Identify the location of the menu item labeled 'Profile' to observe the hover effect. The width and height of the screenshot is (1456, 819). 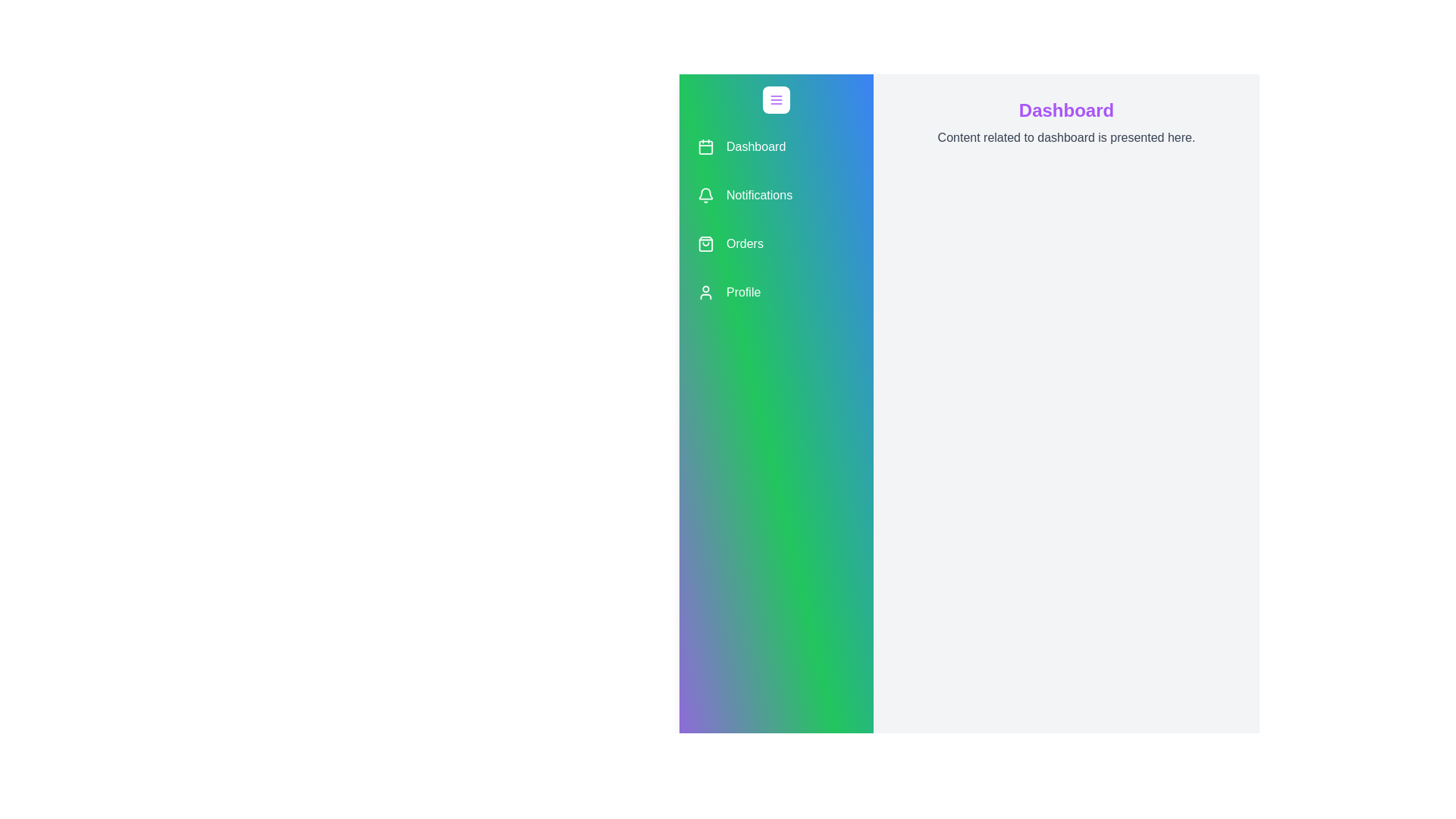
(776, 292).